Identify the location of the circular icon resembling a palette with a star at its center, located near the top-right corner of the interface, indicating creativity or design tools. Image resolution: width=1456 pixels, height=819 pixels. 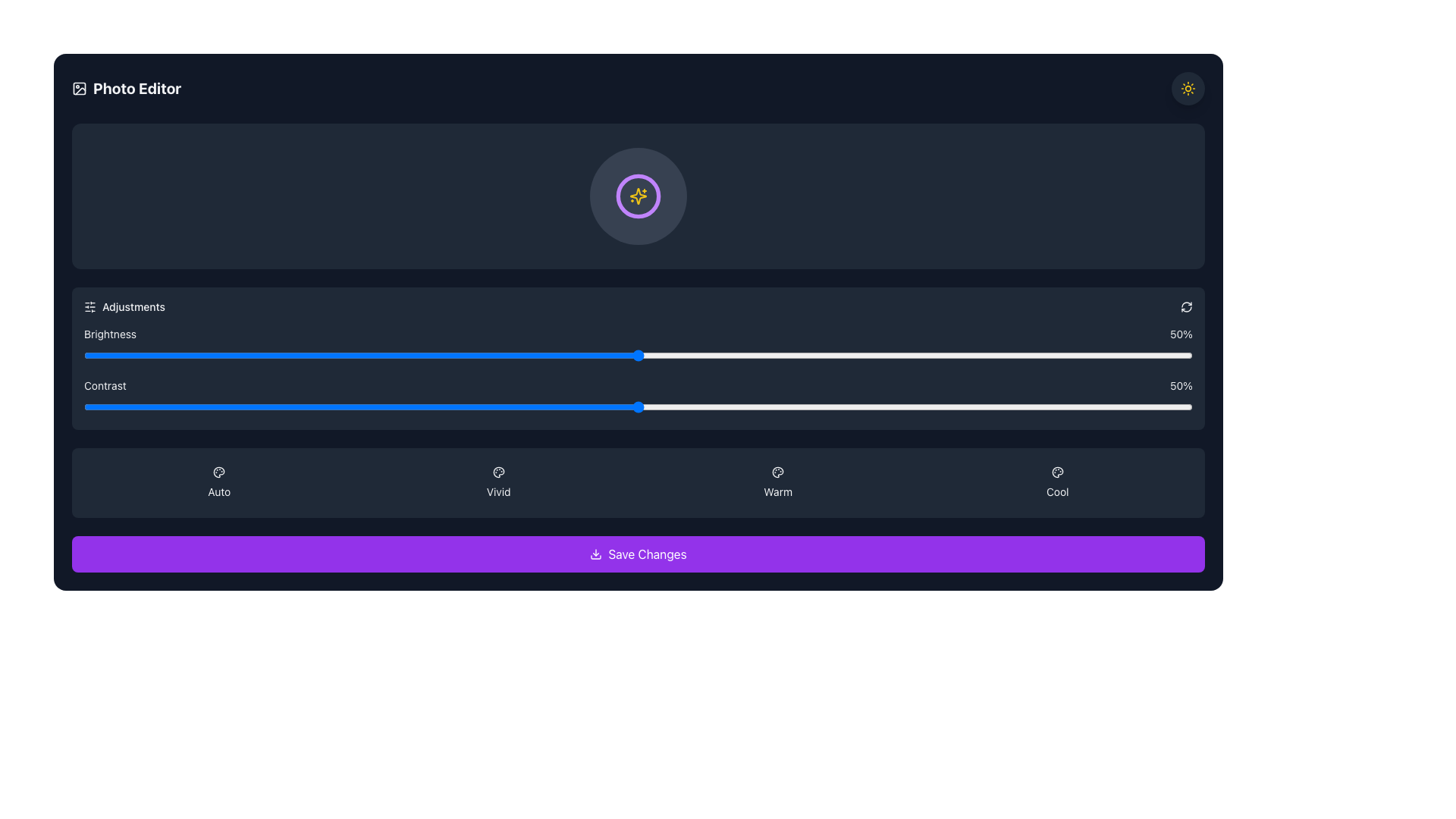
(498, 472).